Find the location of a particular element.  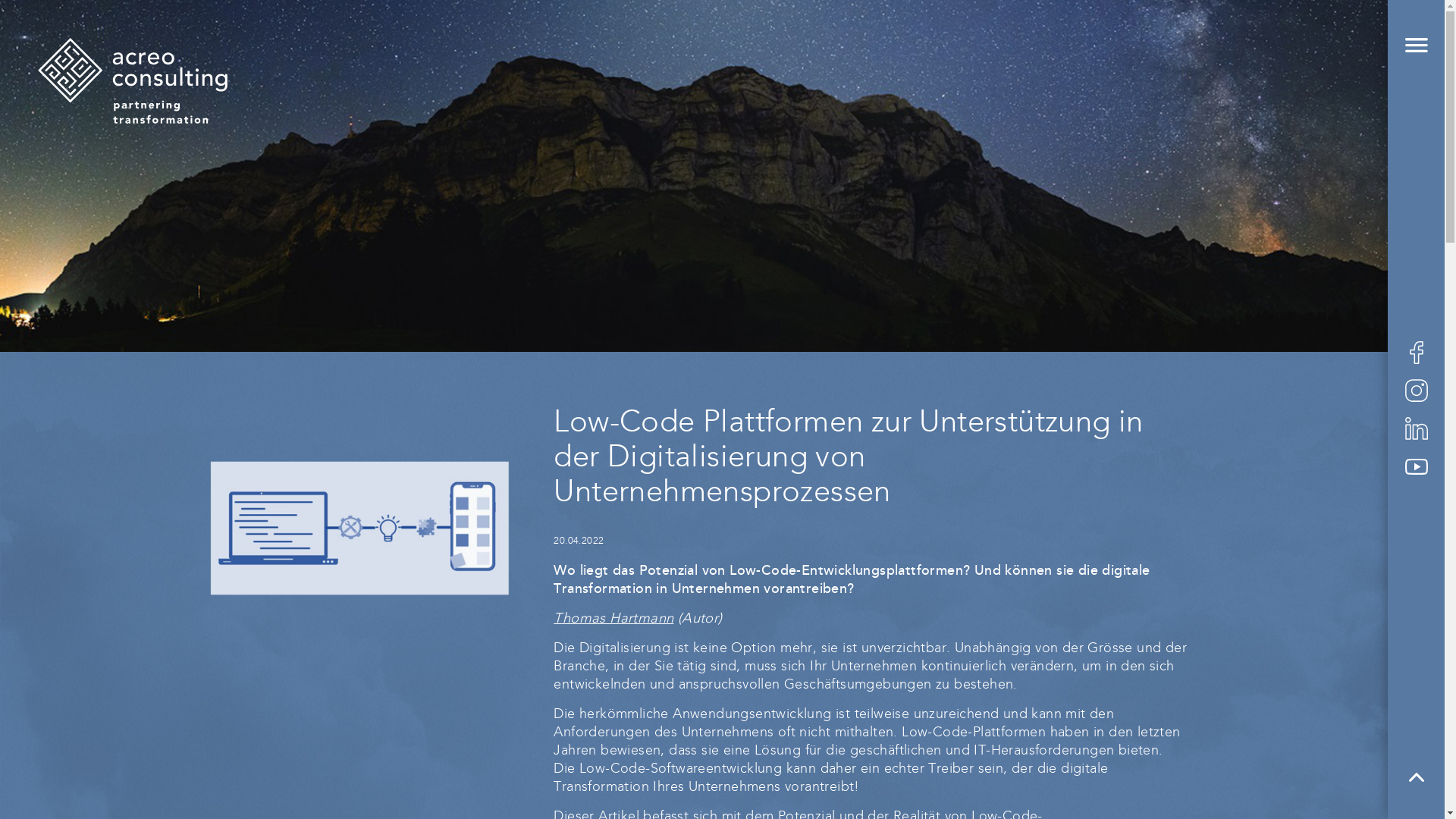

'acreo consulting ag' is located at coordinates (132, 80).